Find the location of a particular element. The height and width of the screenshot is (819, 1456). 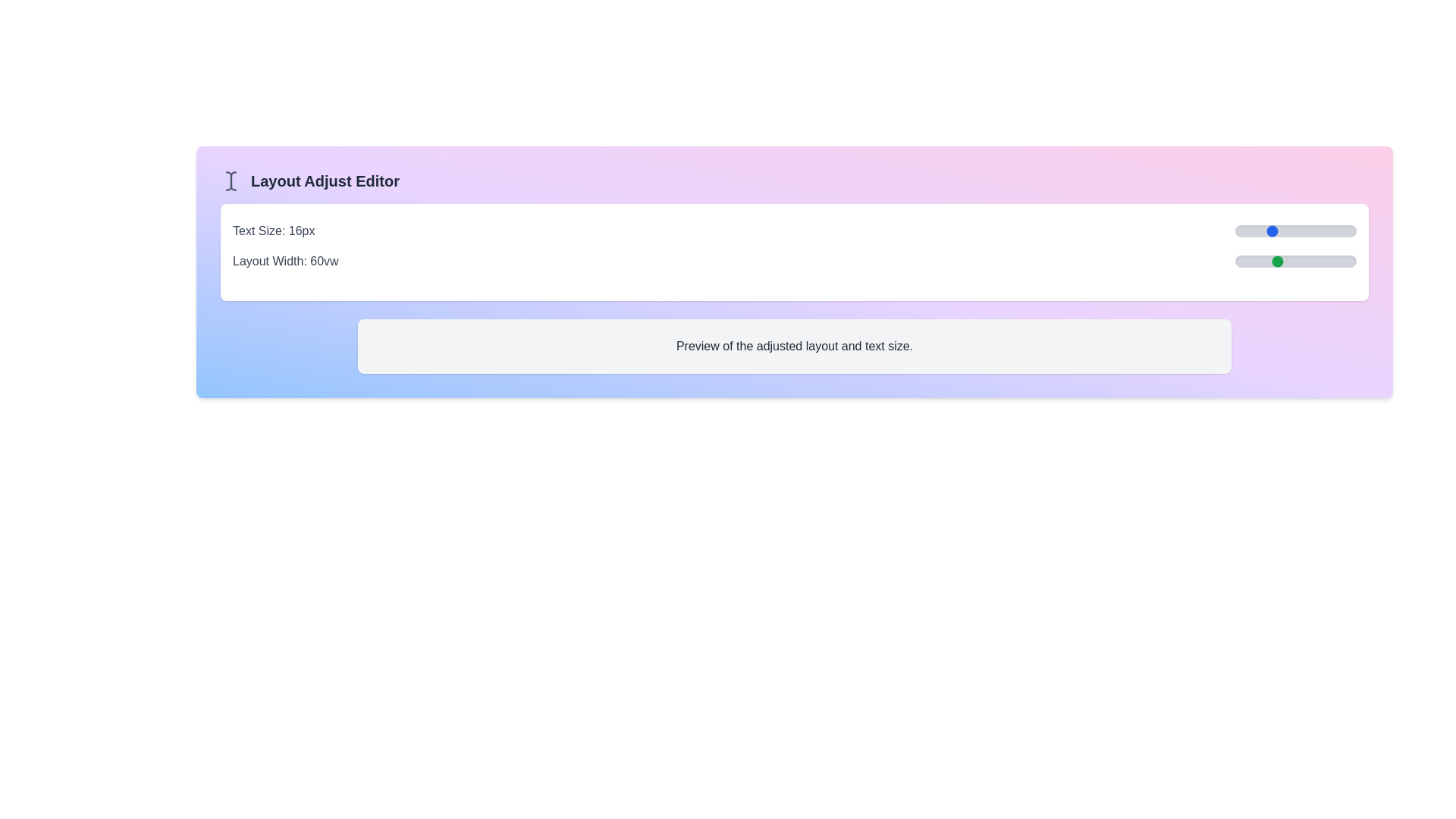

the text size is located at coordinates (1291, 231).